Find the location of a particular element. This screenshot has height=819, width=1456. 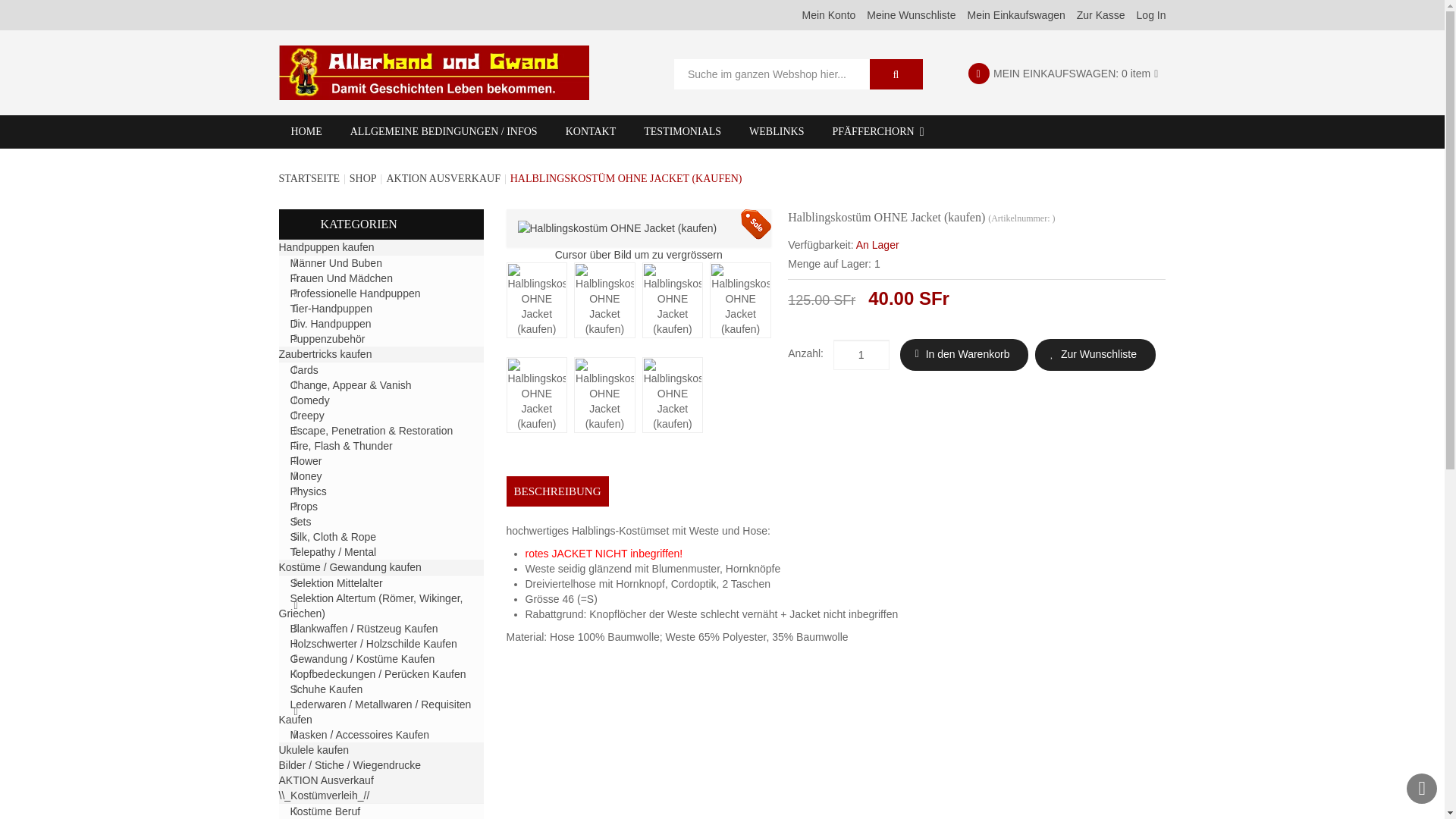

'Meine Wunschliste' is located at coordinates (910, 14).